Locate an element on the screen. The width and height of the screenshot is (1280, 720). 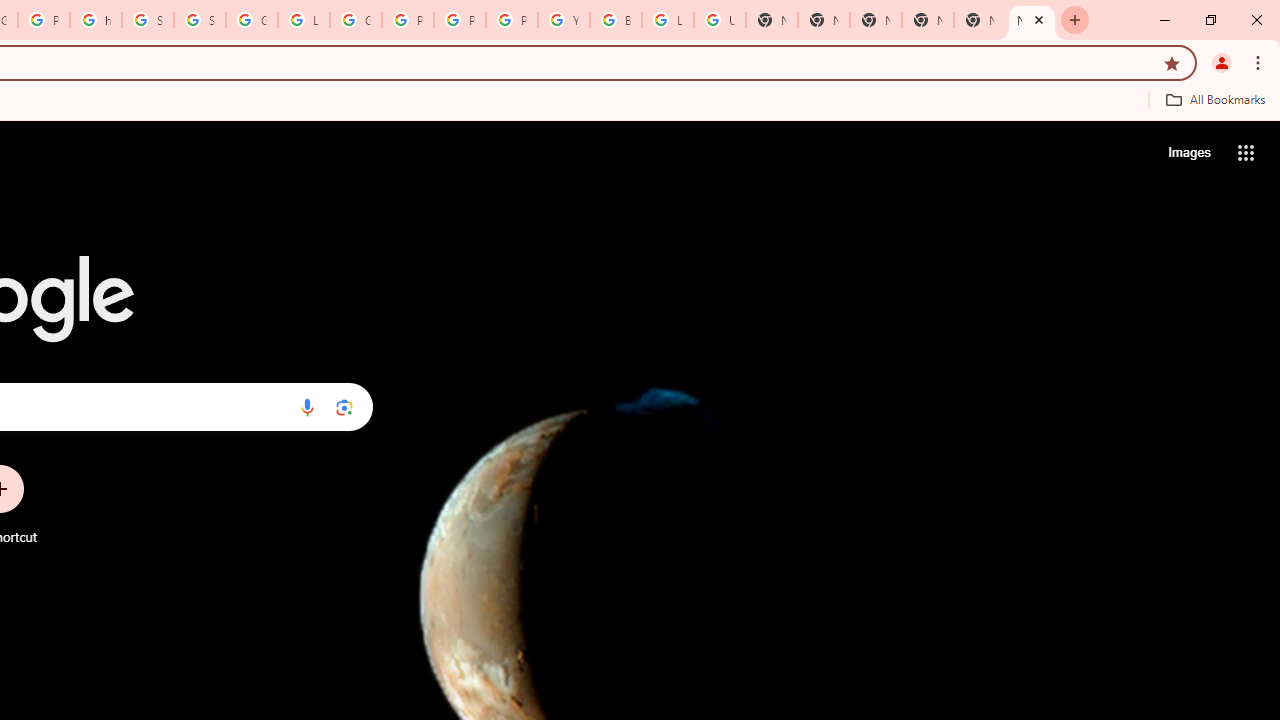
'New Tab' is located at coordinates (979, 20).